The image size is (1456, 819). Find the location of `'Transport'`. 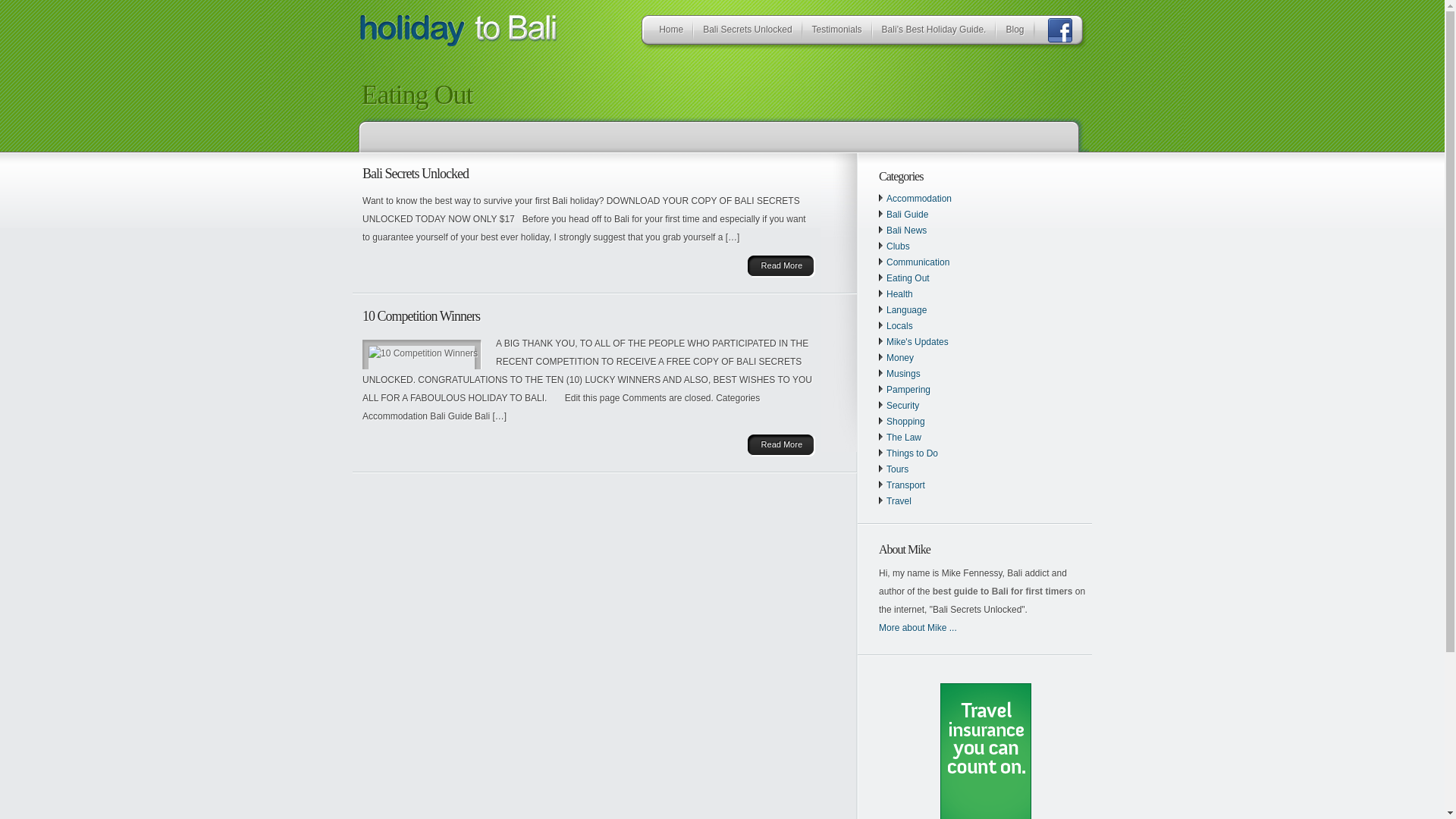

'Transport' is located at coordinates (905, 485).